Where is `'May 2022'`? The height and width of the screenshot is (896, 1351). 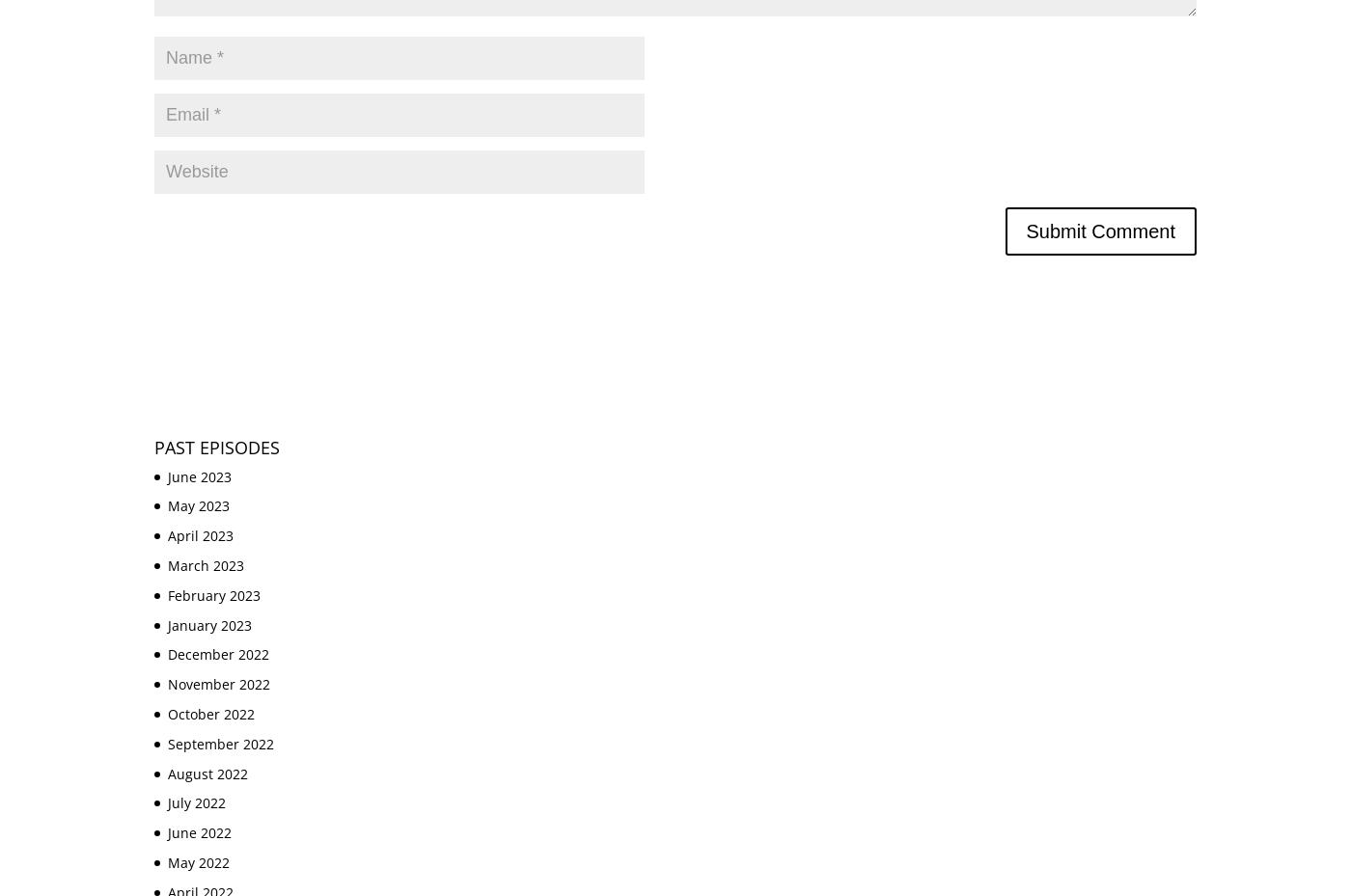
'May 2022' is located at coordinates (198, 862).